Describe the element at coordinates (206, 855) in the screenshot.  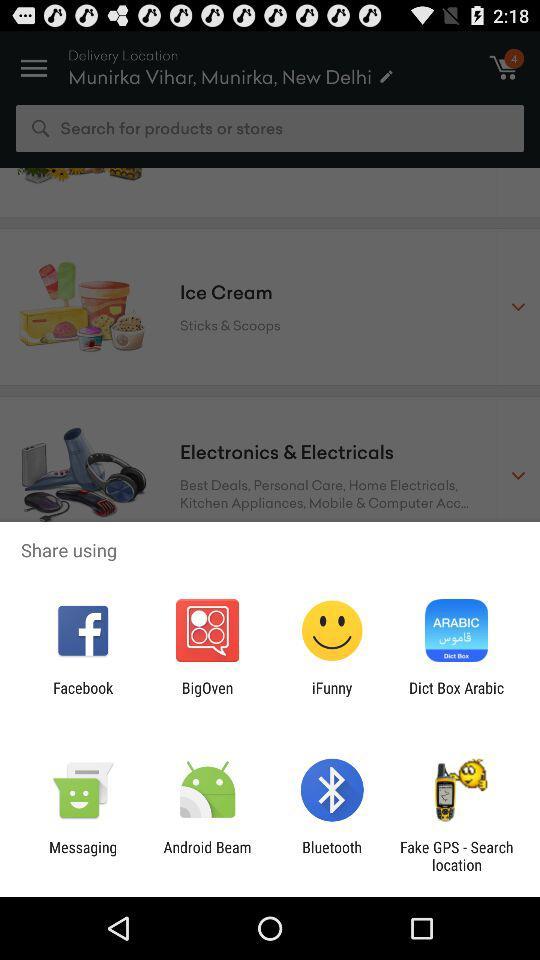
I see `the item to the right of messaging icon` at that location.